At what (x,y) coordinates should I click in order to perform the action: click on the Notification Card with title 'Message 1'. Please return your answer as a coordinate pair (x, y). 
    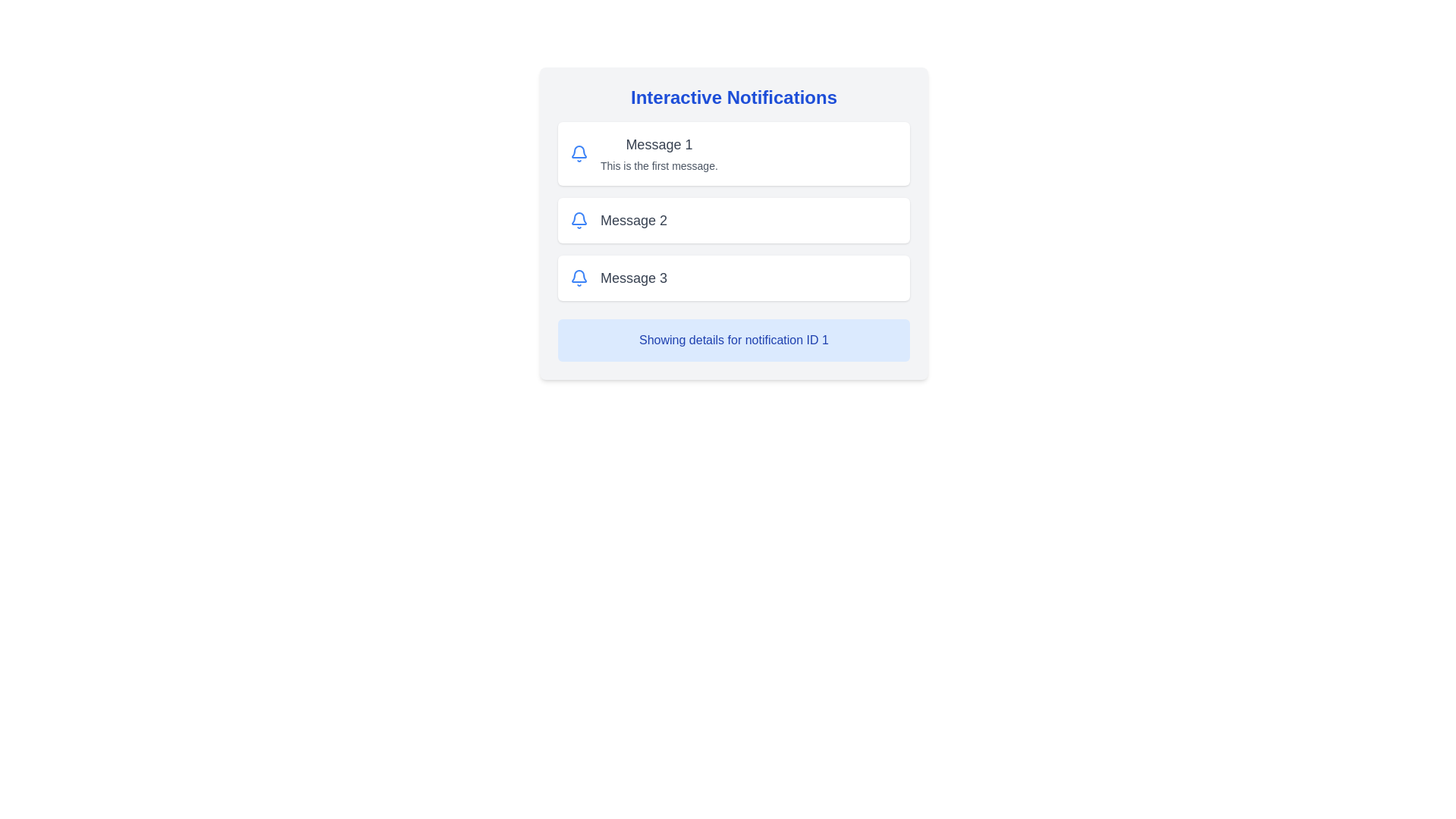
    Looking at the image, I should click on (734, 154).